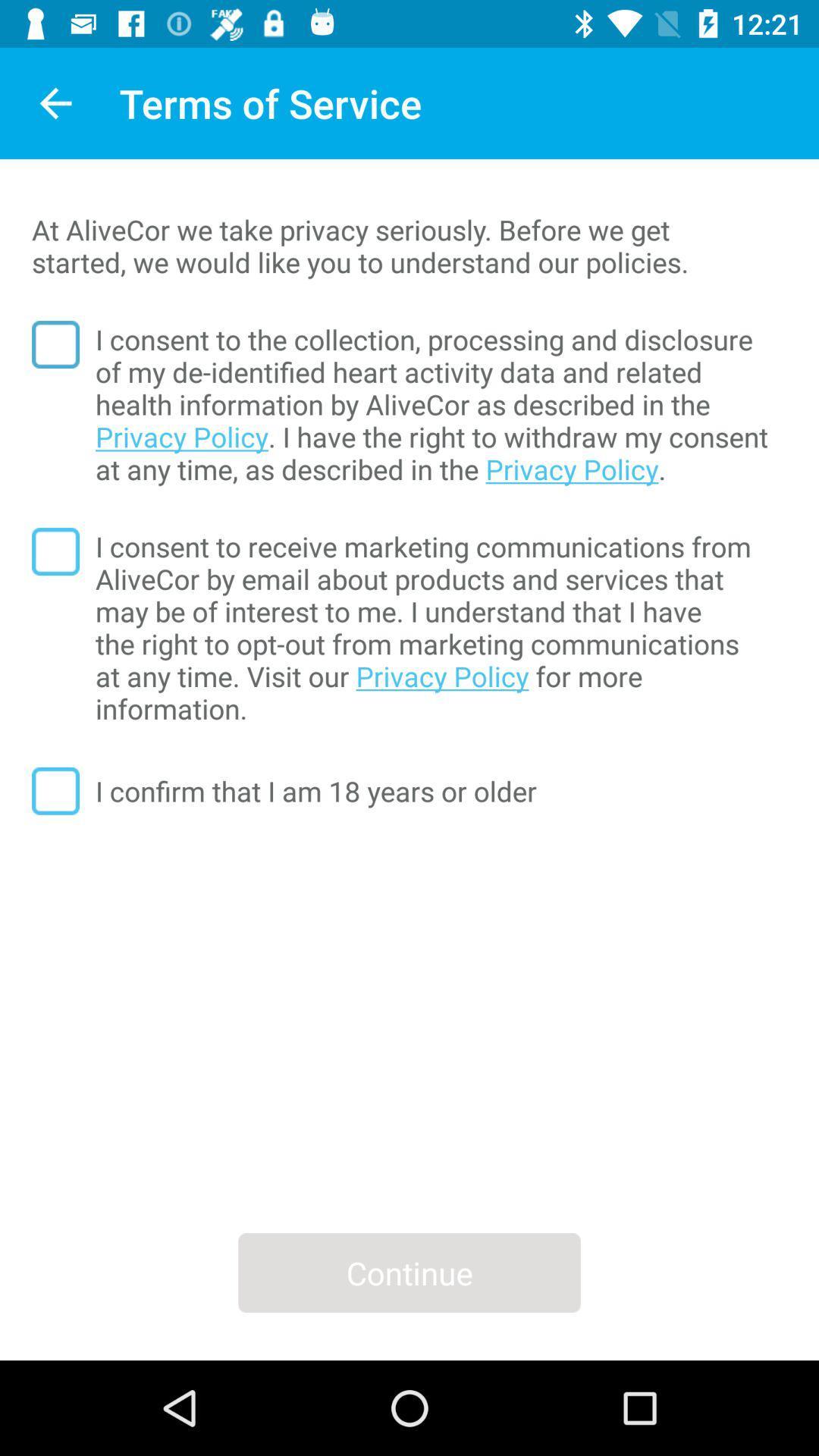 The image size is (819, 1456). Describe the element at coordinates (55, 102) in the screenshot. I see `the app to the left of terms of service icon` at that location.